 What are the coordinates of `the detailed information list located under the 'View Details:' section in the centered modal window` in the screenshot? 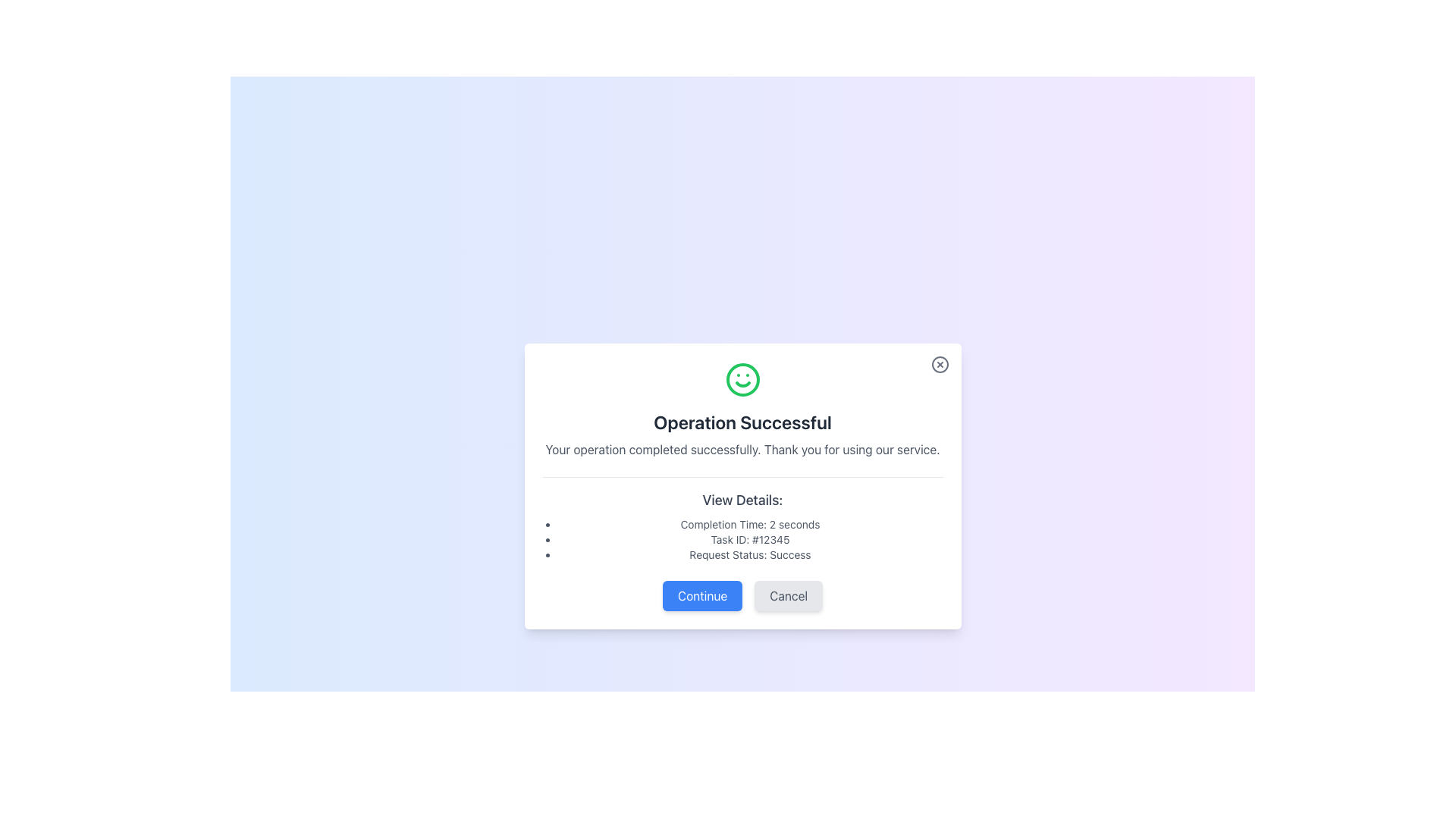 It's located at (742, 538).